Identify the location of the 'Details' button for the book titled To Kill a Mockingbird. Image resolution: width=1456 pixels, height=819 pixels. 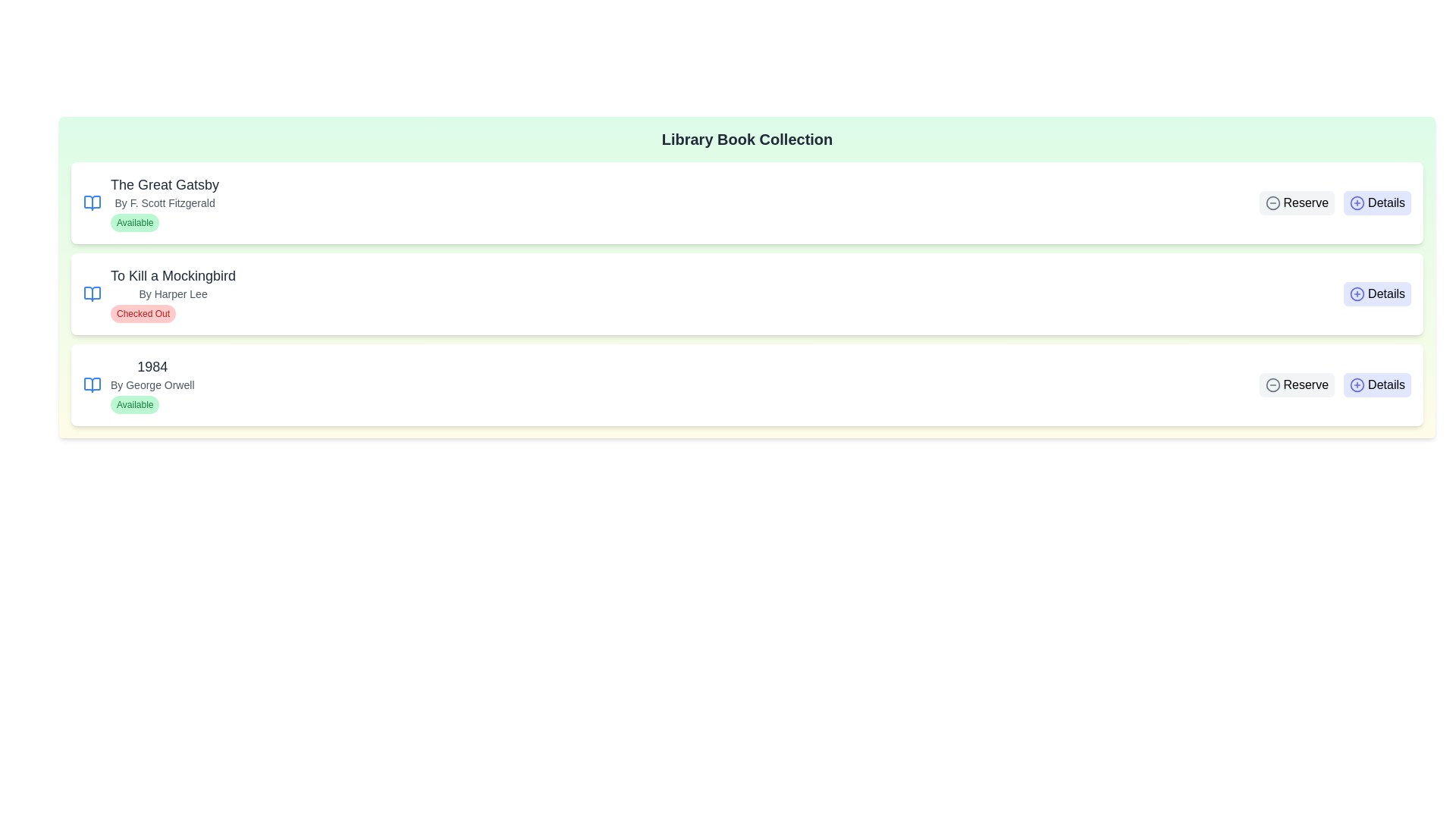
(1376, 294).